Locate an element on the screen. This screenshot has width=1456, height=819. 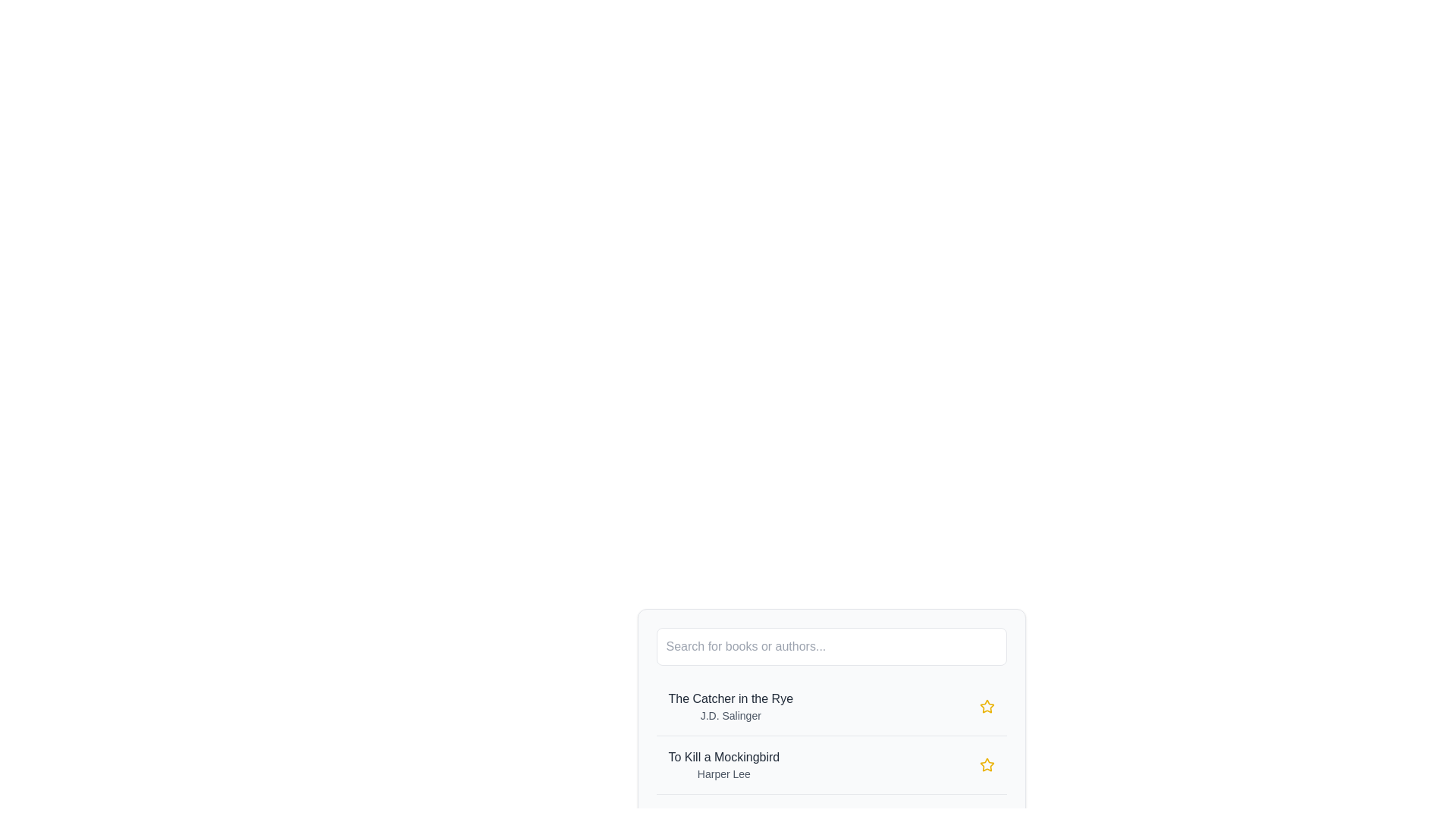
text content of the label displaying 'J.D. Salinger' which is styled in a smaller gray font and located beneath 'The Catcher in the Rye' is located at coordinates (730, 716).